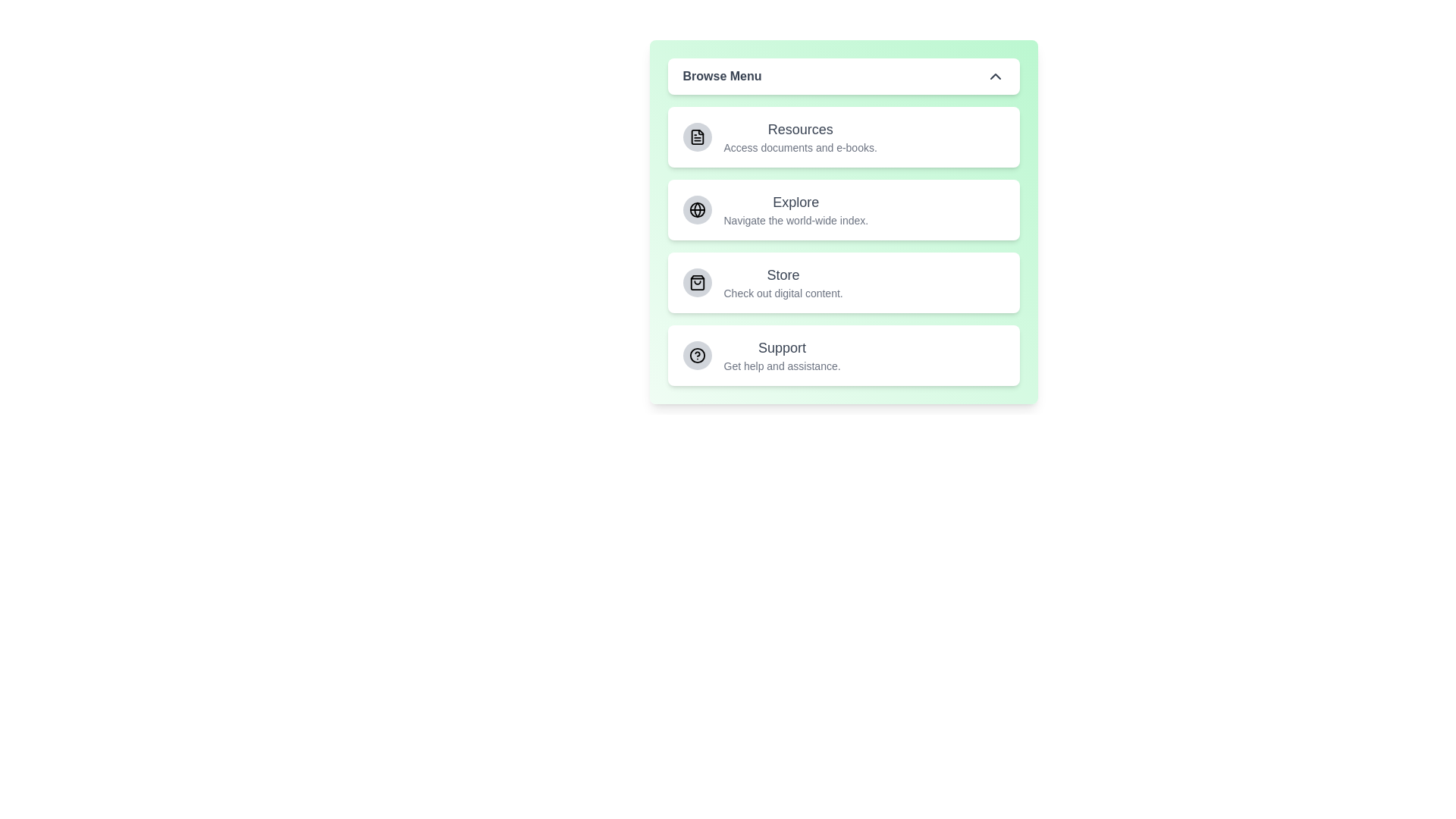 This screenshot has width=1456, height=819. What do you see at coordinates (696, 283) in the screenshot?
I see `the icon of the menu item Store to analyze it` at bounding box center [696, 283].